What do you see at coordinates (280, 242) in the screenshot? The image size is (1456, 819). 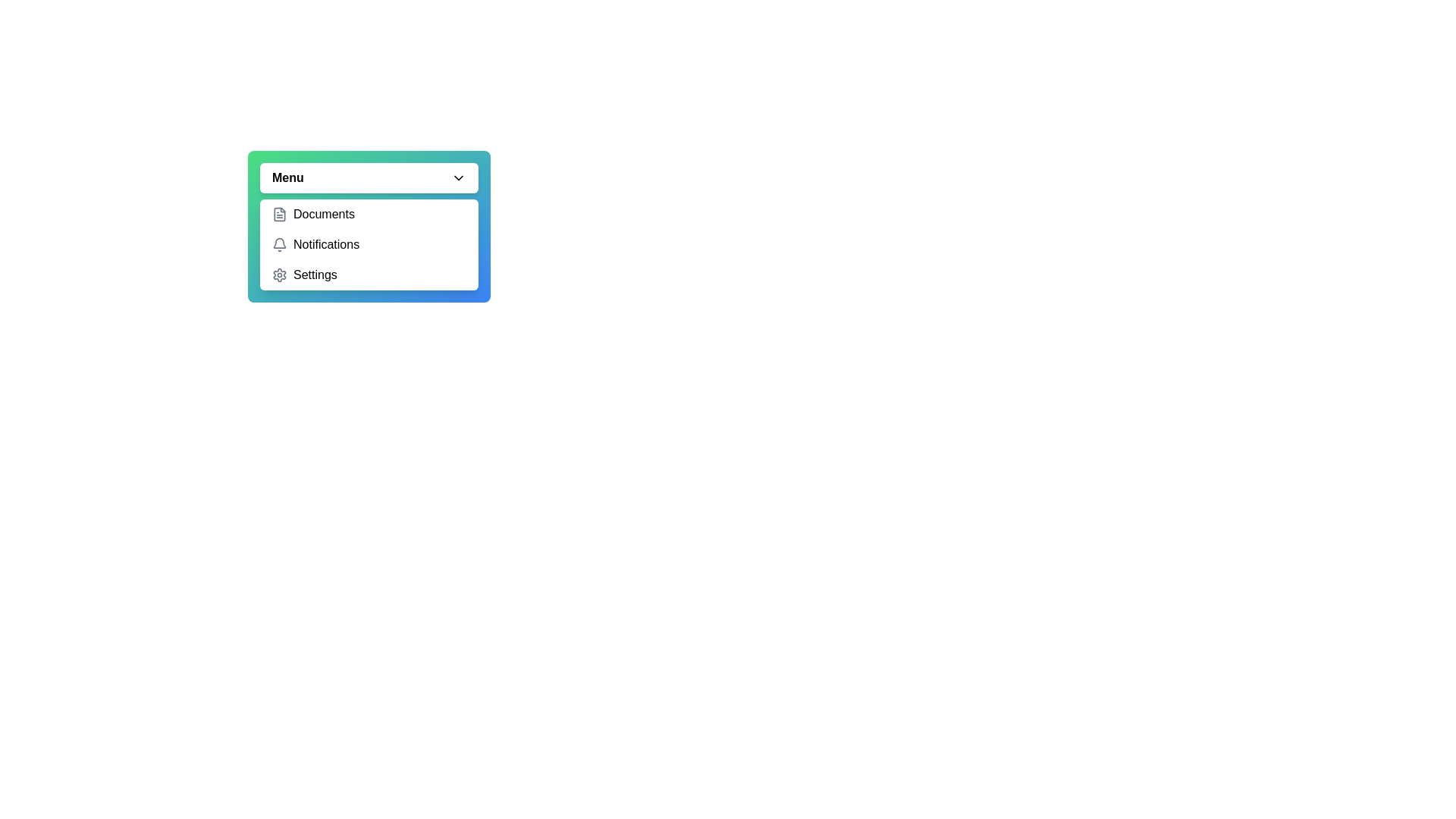 I see `the upper portion of the bell icon in the dropdown list, which indicates alerts or updates, if it is interactive` at bounding box center [280, 242].